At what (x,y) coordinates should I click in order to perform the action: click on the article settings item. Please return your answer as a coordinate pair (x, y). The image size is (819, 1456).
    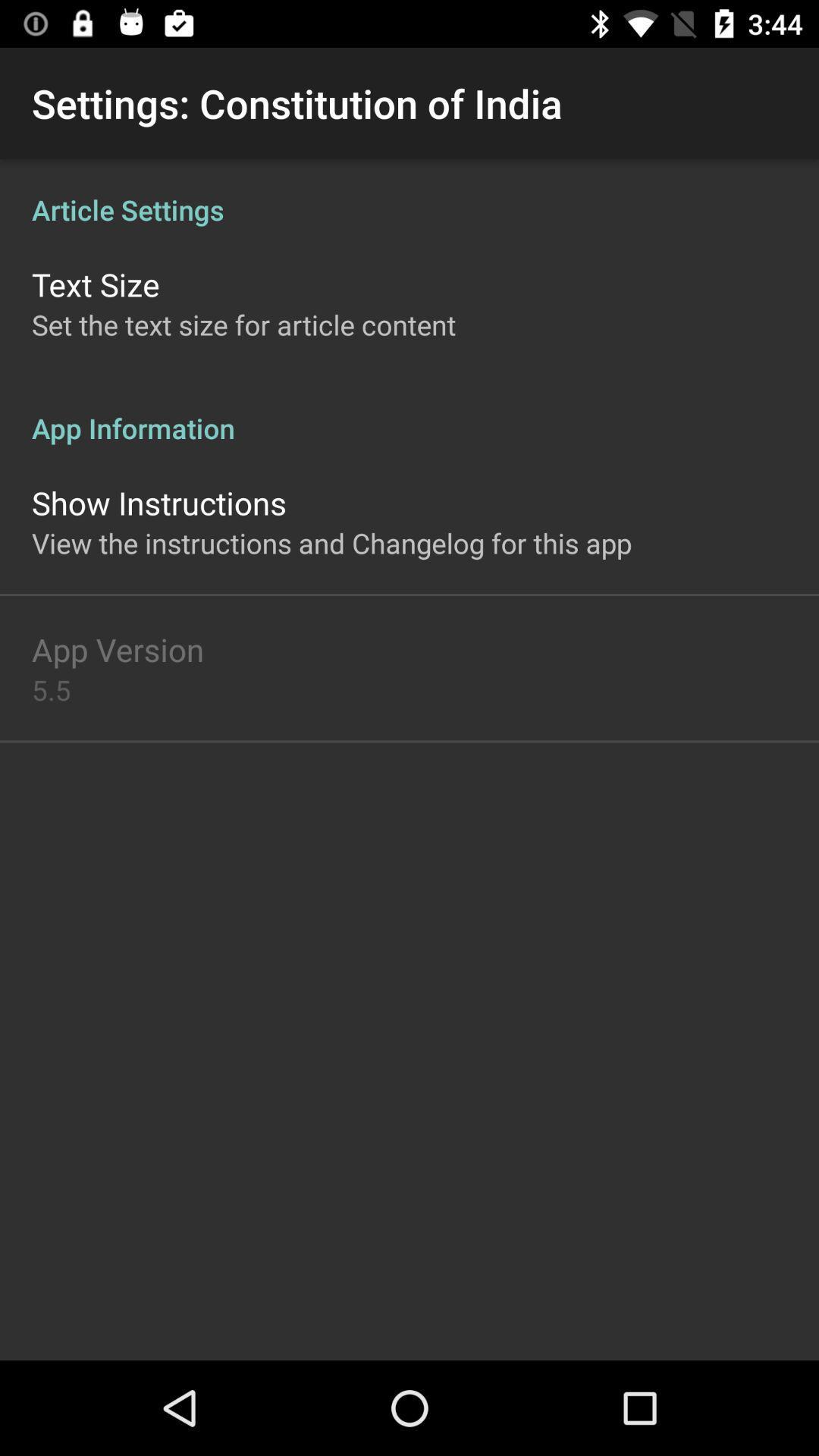
    Looking at the image, I should click on (409, 193).